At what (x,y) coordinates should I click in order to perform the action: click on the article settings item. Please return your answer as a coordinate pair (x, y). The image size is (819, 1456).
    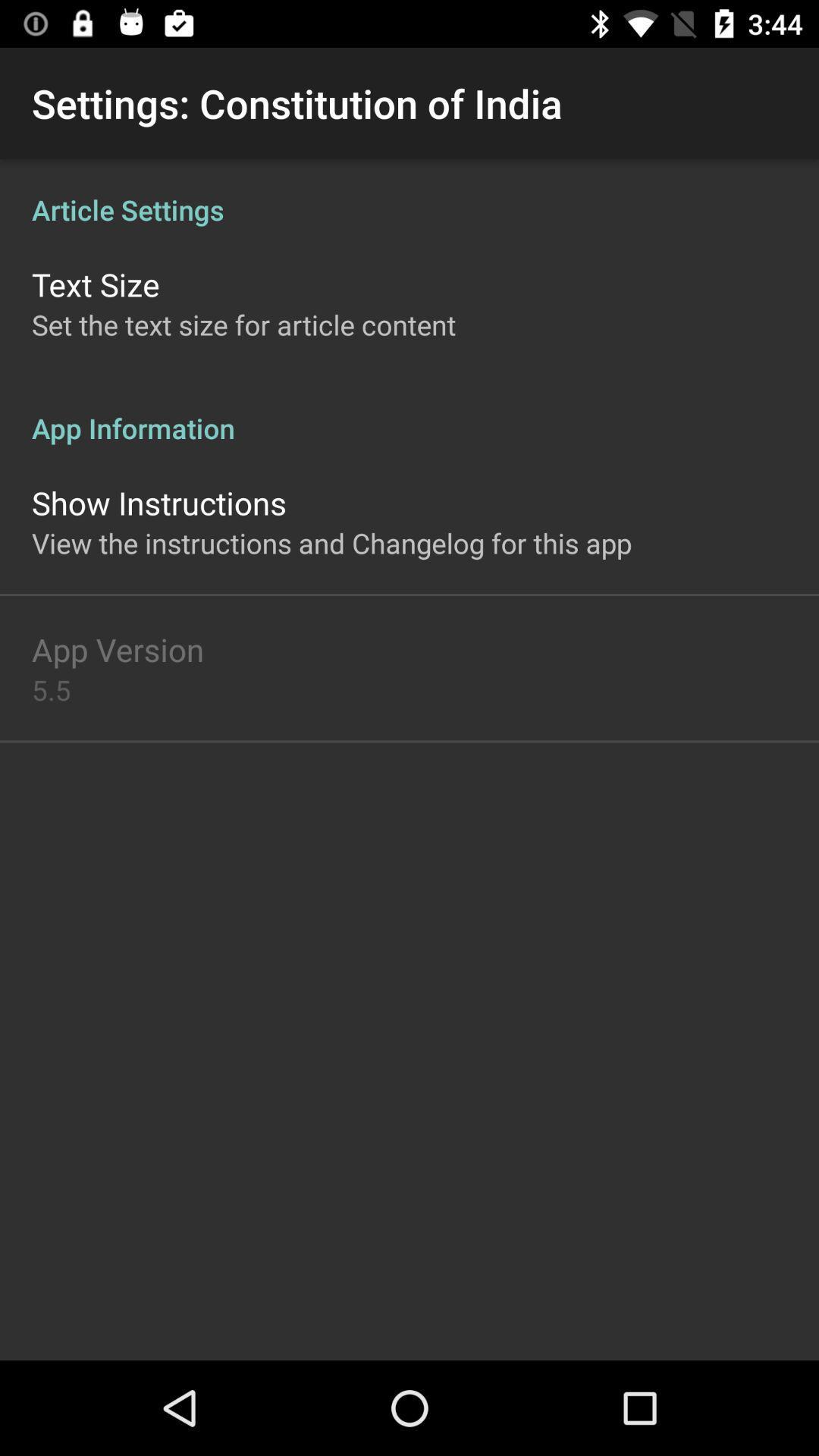
    Looking at the image, I should click on (409, 193).